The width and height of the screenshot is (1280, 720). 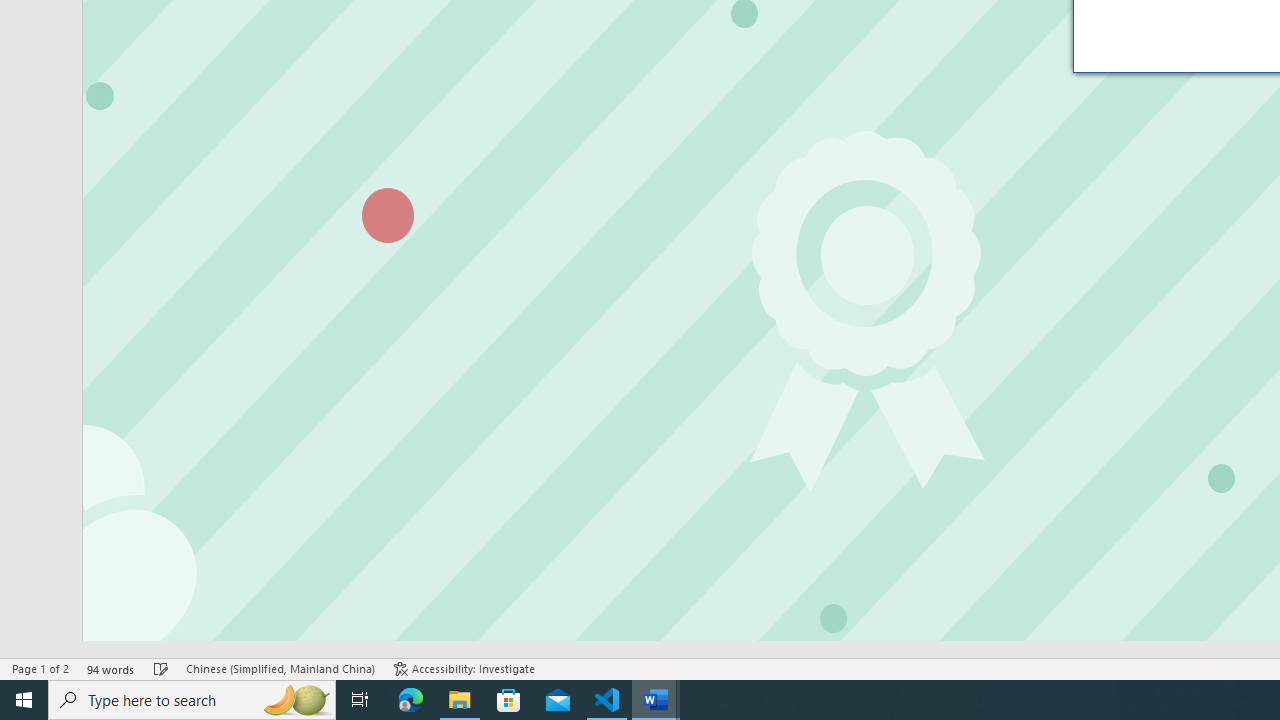 What do you see at coordinates (656, 698) in the screenshot?
I see `'Word - 2 running windows'` at bounding box center [656, 698].